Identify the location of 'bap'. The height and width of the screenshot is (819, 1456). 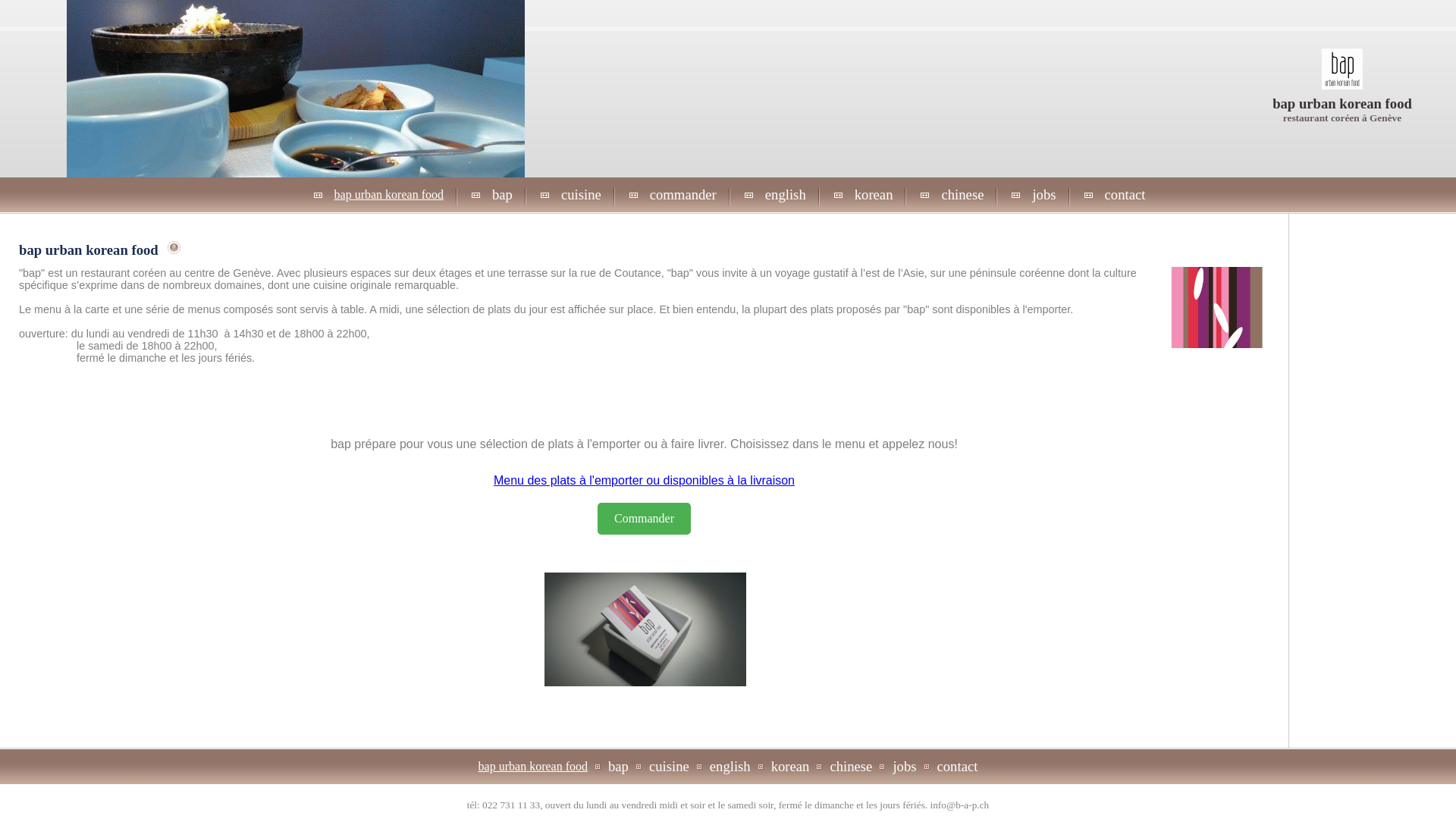
(618, 766).